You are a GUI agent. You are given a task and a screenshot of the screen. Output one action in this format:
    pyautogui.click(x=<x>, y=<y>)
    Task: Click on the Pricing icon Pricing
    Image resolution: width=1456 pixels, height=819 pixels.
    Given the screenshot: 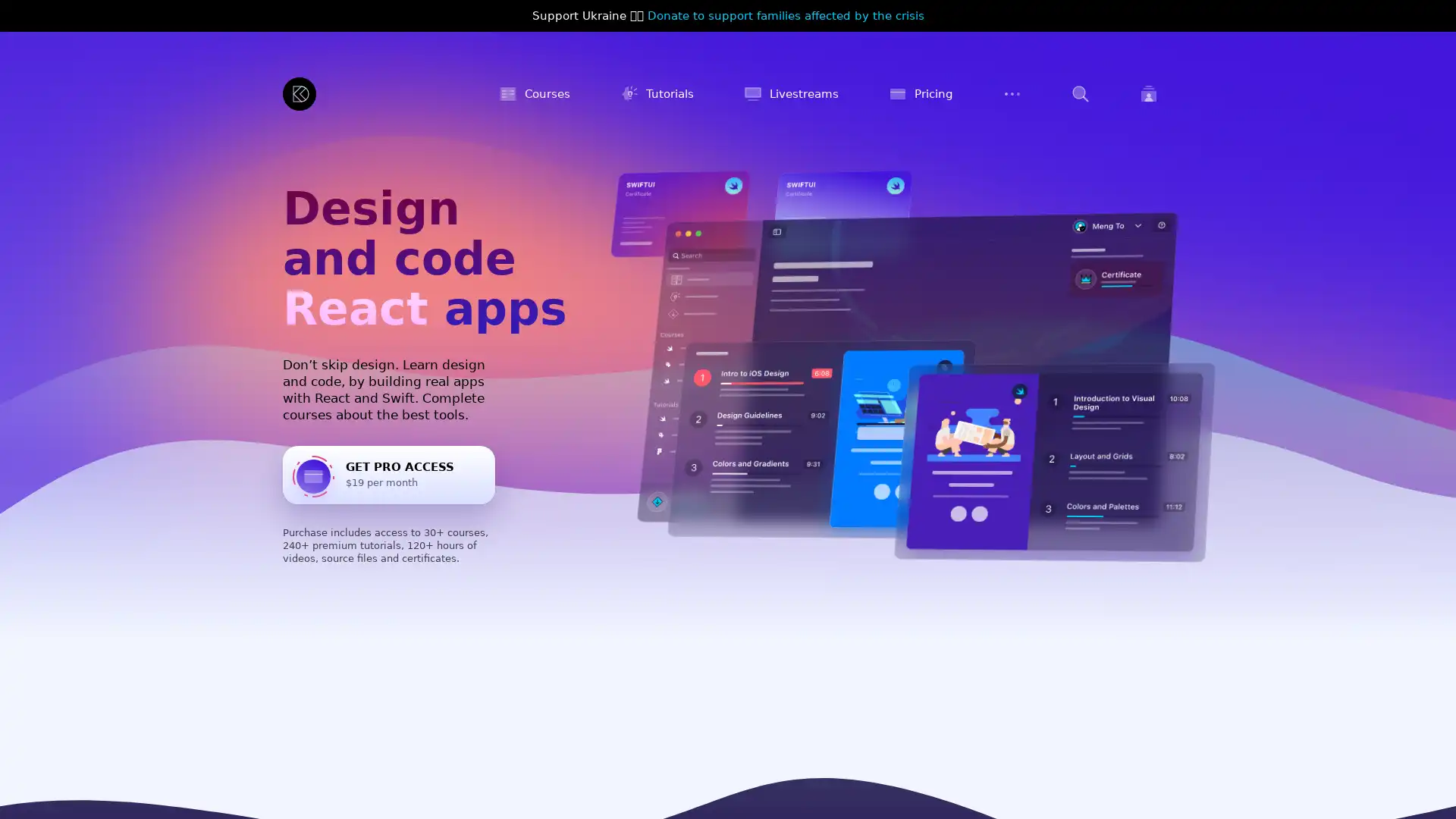 What is the action you would take?
    pyautogui.click(x=920, y=93)
    